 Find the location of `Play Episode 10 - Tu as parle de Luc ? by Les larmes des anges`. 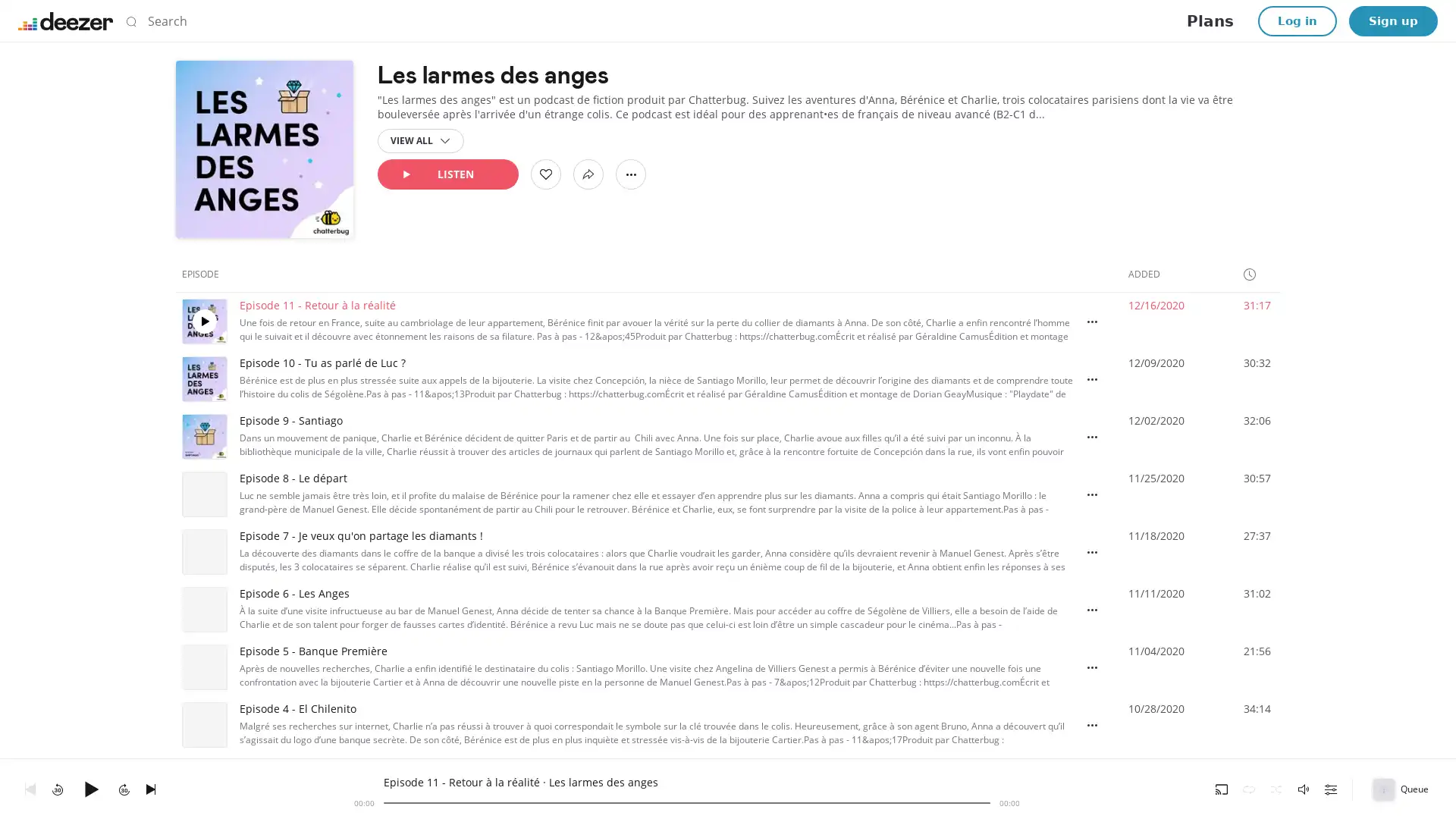

Play Episode 10 - Tu as parle de Luc ? by Les larmes des anges is located at coordinates (203, 378).